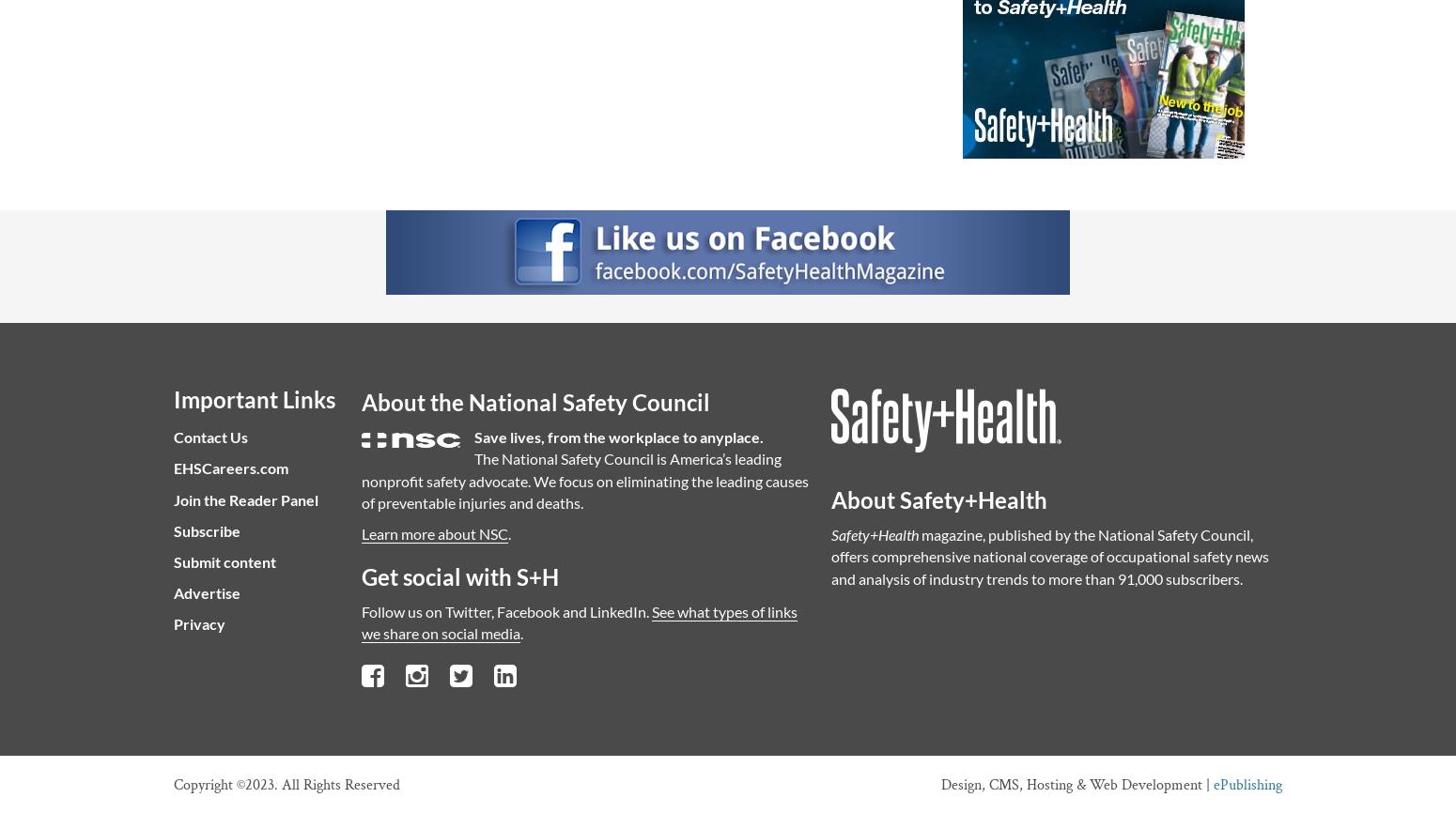  What do you see at coordinates (361, 576) in the screenshot?
I see `'Get social with S+H'` at bounding box center [361, 576].